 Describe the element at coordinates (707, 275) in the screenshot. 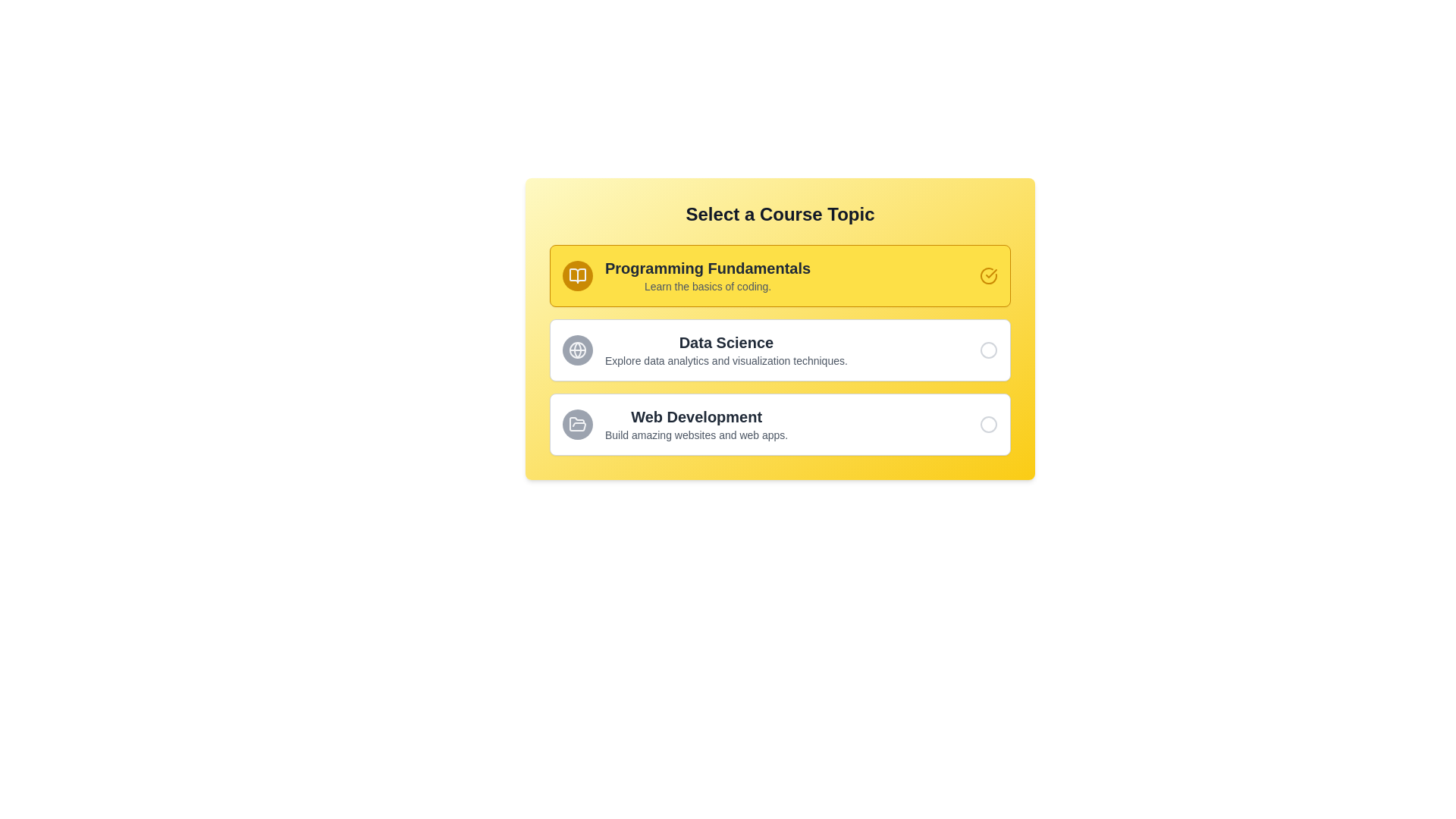

I see `descriptive text block titled 'Programming Fundamentals' located in the center of a yellow card component, which is the main text of the first course topic option` at that location.